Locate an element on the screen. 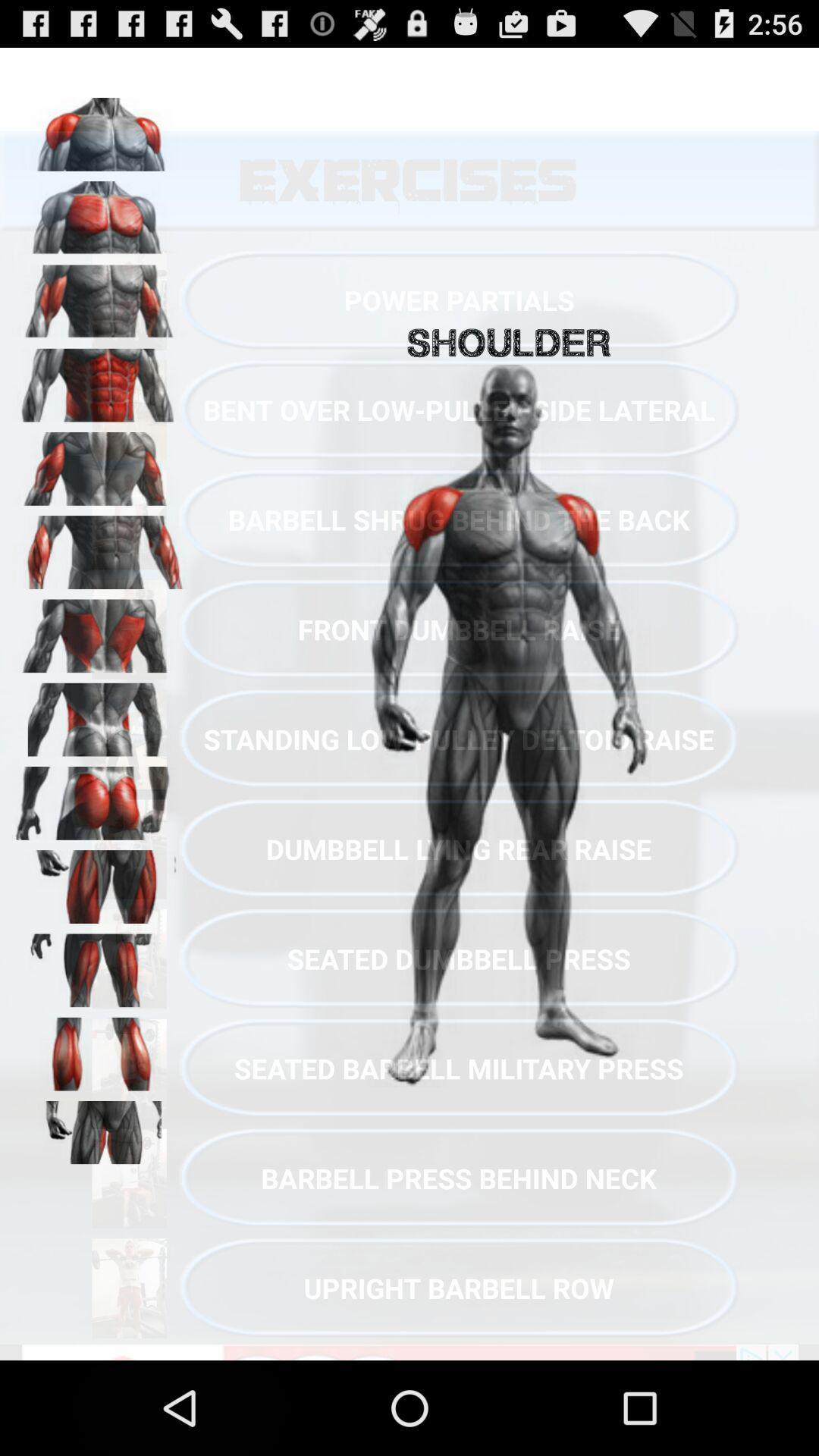 The image size is (819, 1456). triceps muscle is located at coordinates (99, 463).